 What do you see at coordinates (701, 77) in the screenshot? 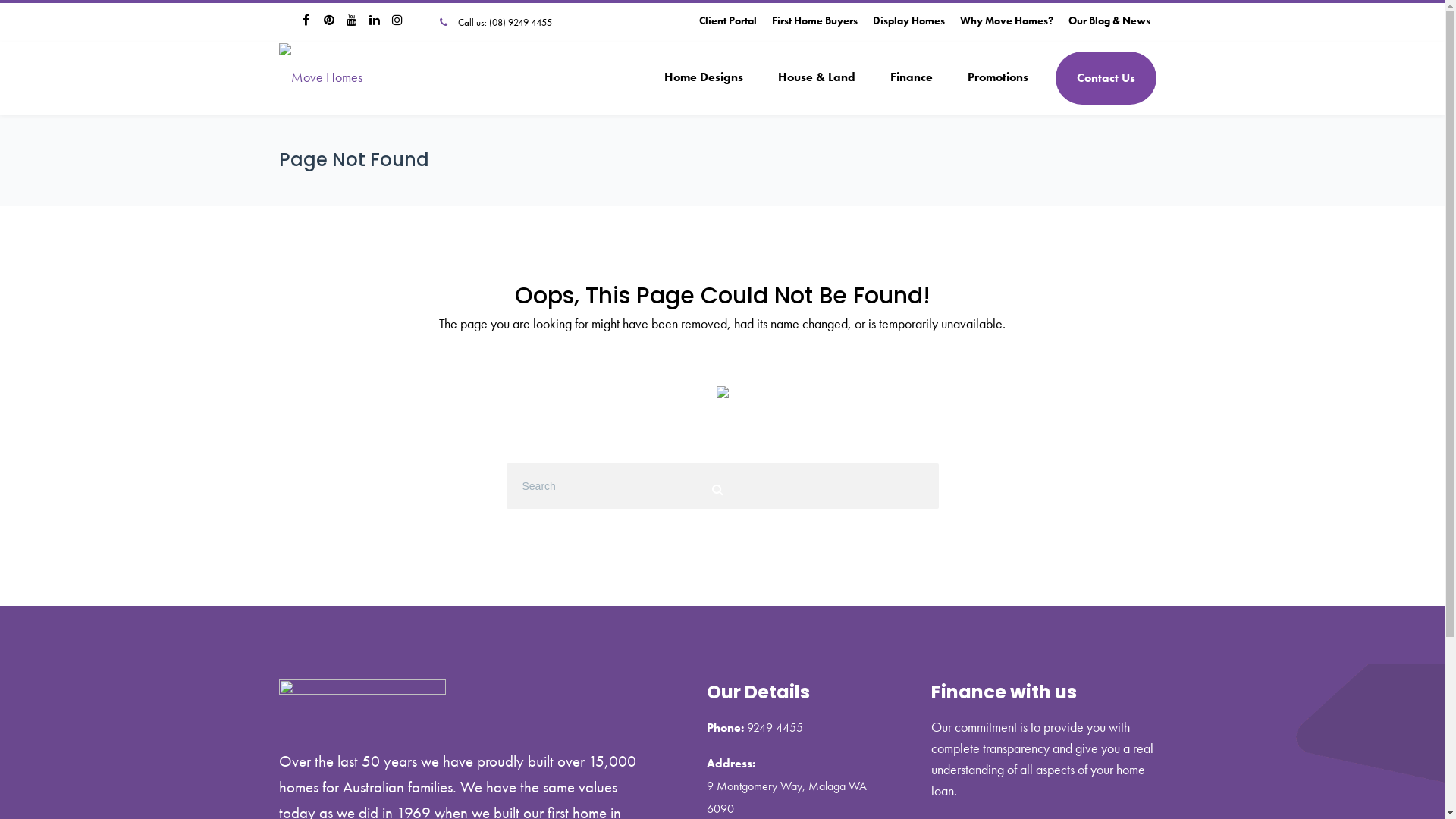
I see `'Home Designs'` at bounding box center [701, 77].